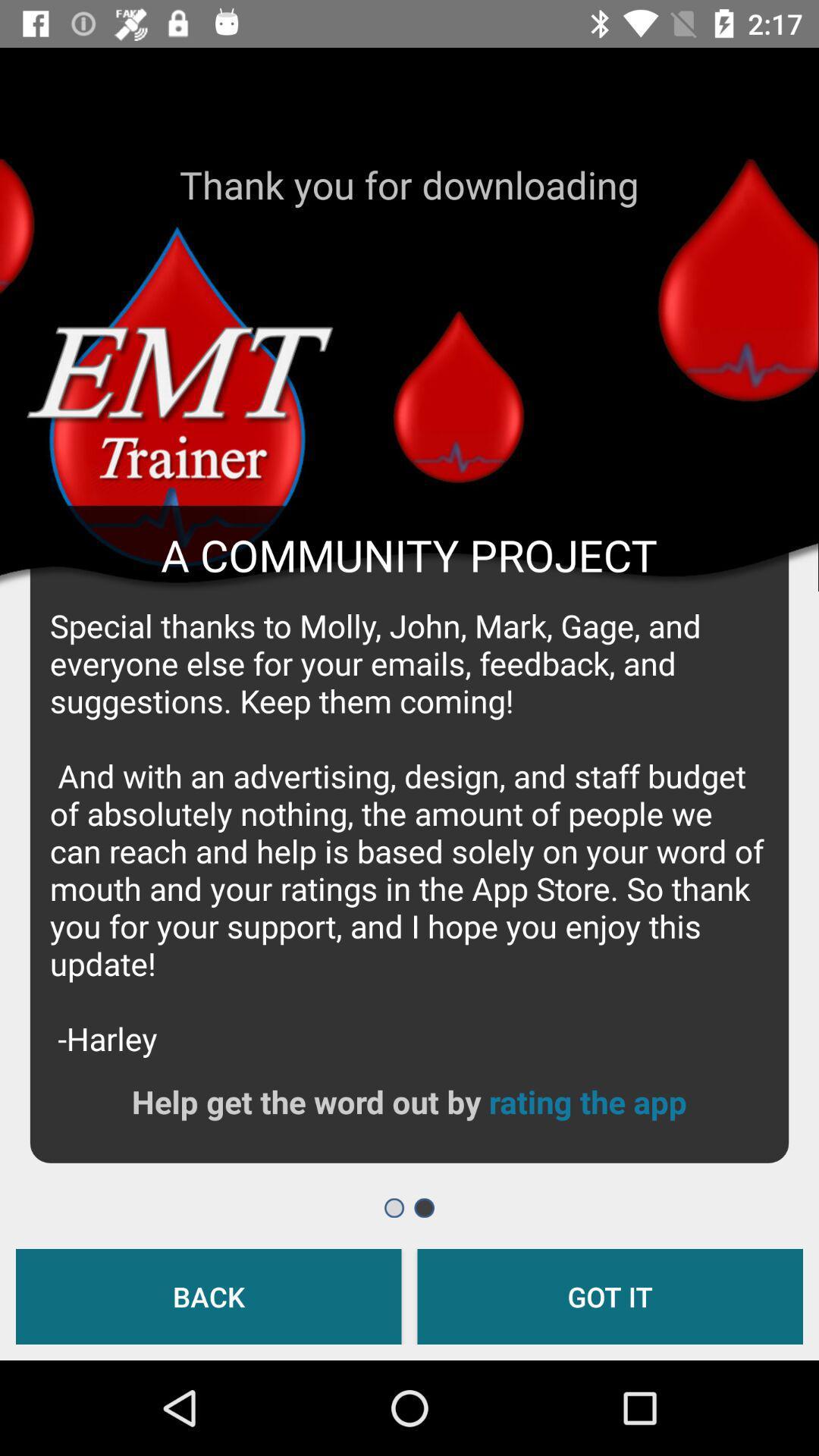  I want to click on the item next to help get the item, so click(587, 1101).